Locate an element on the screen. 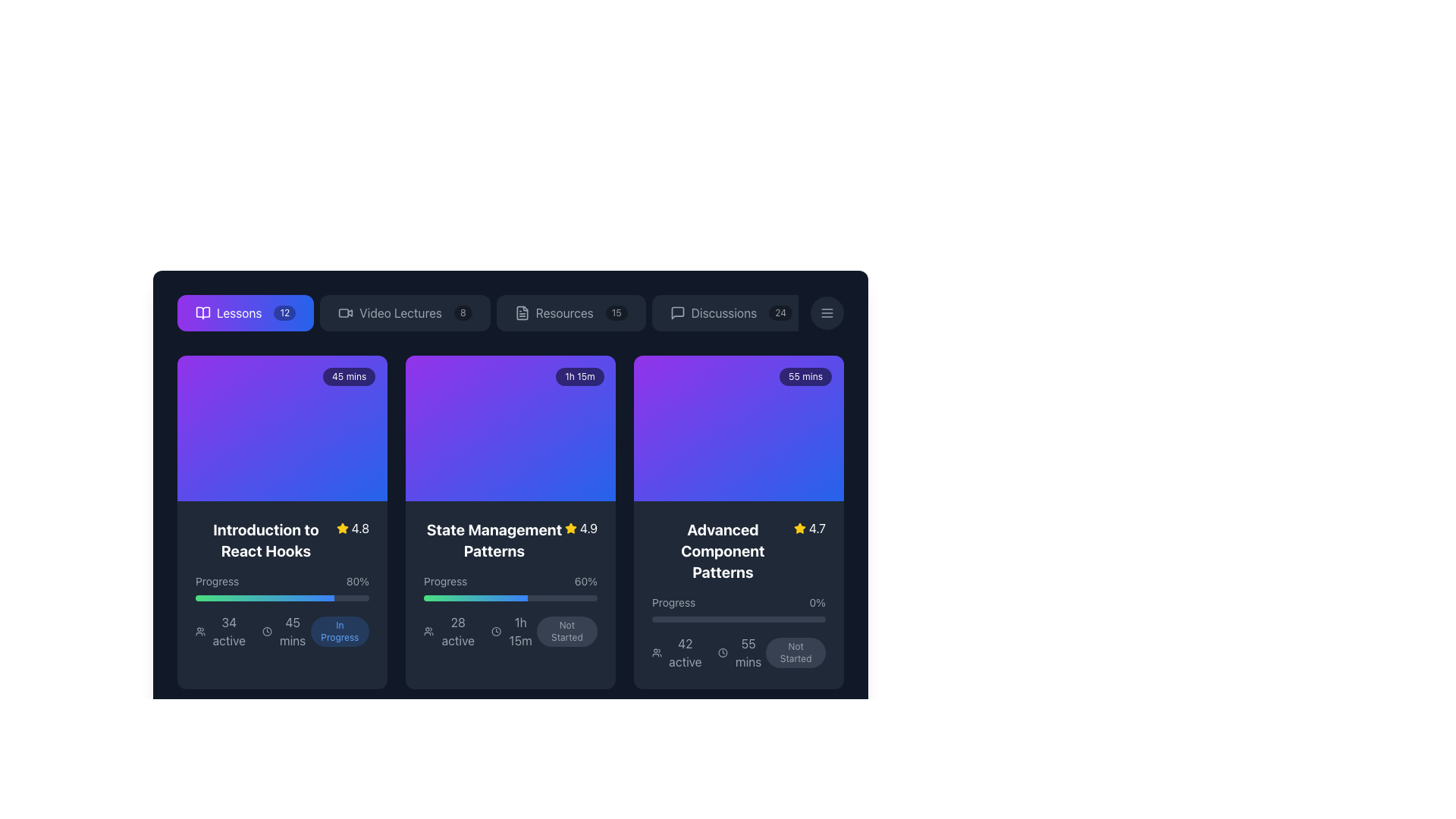 This screenshot has height=819, width=1456. the rating value displayed by the text label associated with the 'State Management Patterns' card, positioned at the bottom section of the card in the middle column is located at coordinates (588, 528).